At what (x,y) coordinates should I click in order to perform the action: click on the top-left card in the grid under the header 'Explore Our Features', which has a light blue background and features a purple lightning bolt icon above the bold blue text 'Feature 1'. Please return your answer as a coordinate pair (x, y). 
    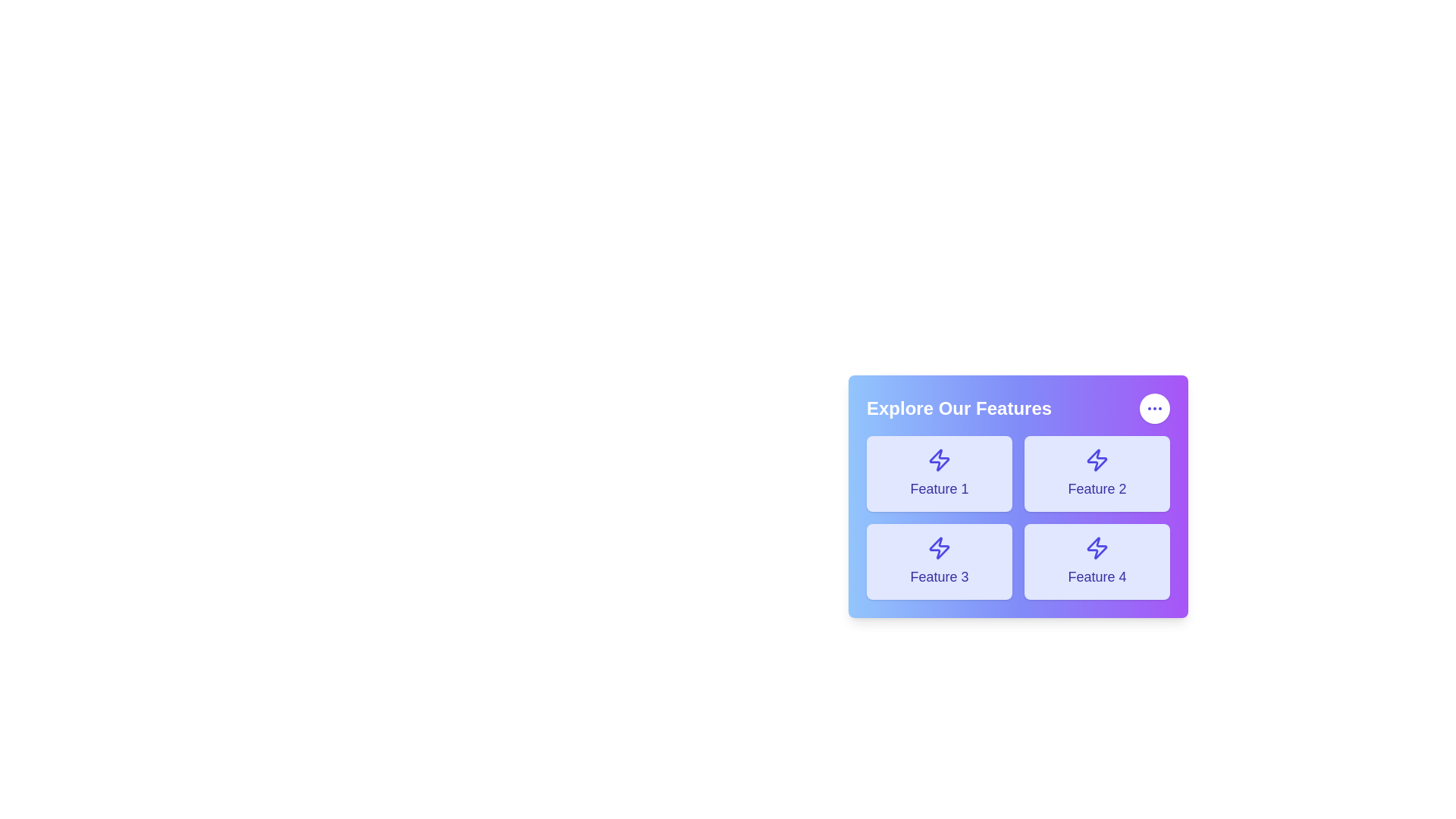
    Looking at the image, I should click on (938, 472).